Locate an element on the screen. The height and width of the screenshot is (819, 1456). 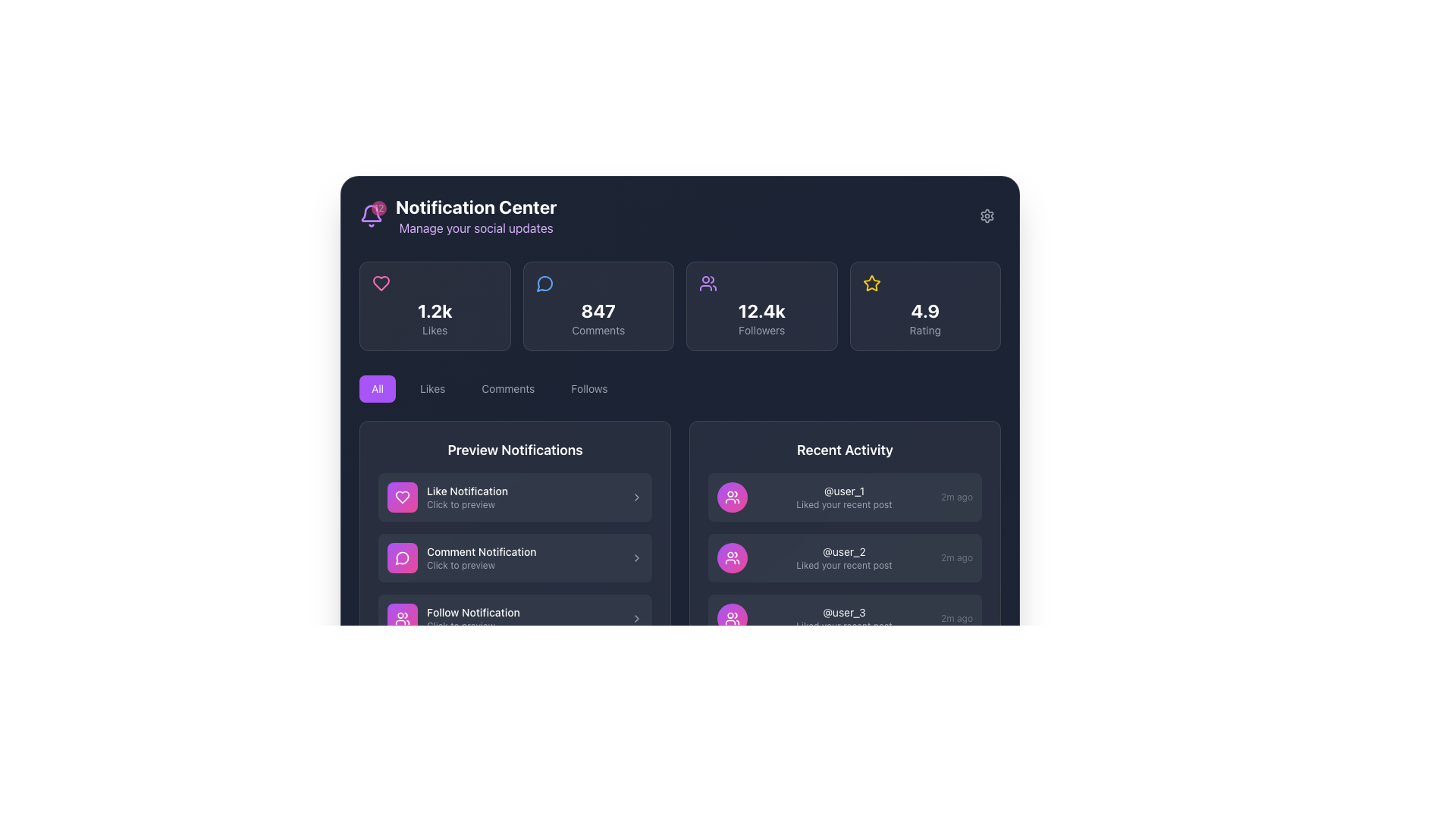
the heart-shaped vector icon, which is pink and represents 'likes', located to the left of the numeral (1.2k) in the upper section of the interface is located at coordinates (403, 497).